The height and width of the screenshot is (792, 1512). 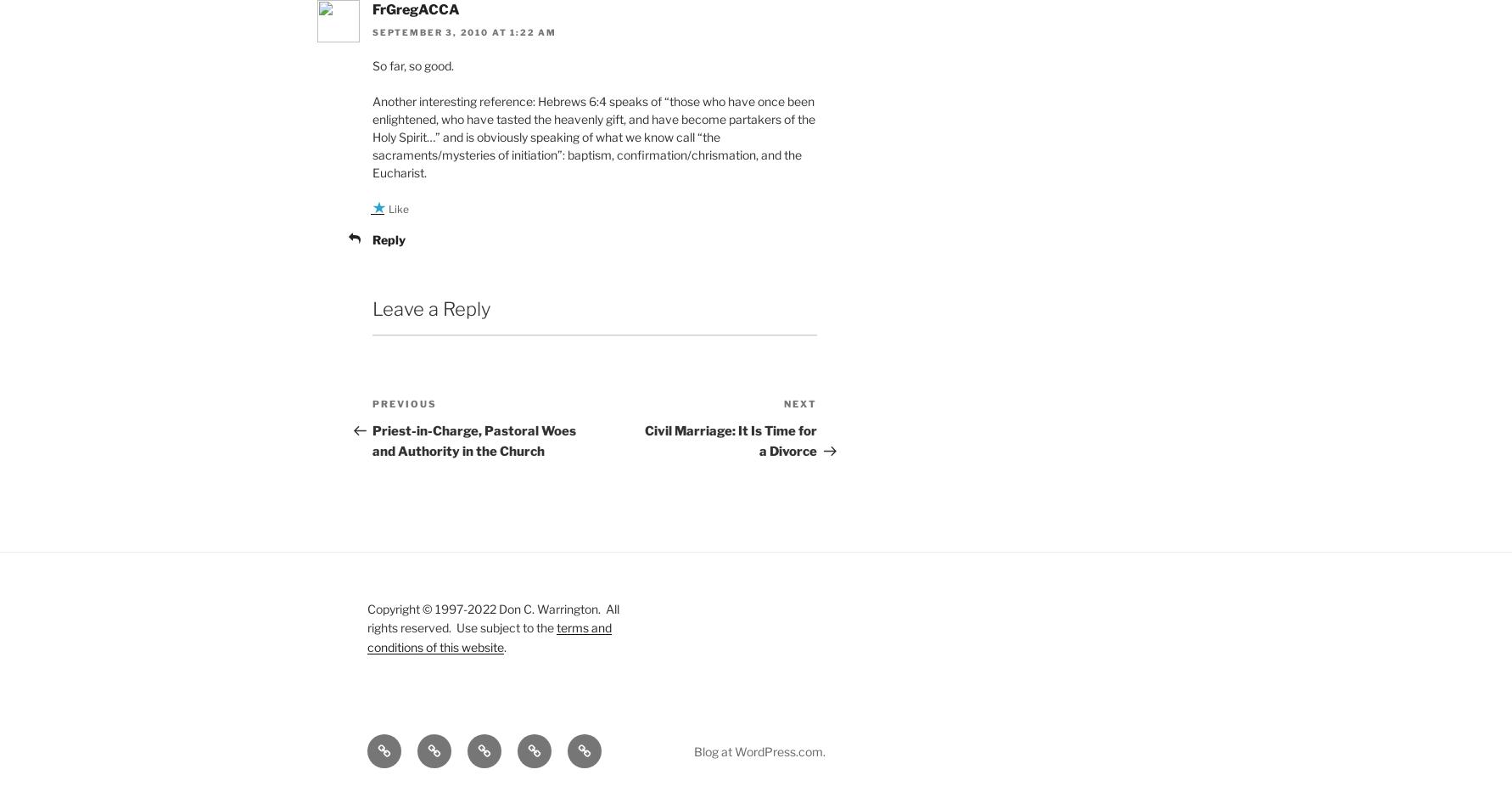 What do you see at coordinates (592, 136) in the screenshot?
I see `'Another interesting reference:  Hebrews 6:4 speaks of “those who have once been enlightened, who have tasted the heavenly gift, and have become partakers of the Holy Spirit…” and is obviously speaking of what we know call “the sacraments/mysteries of initiation”:  baptism, confirmation/chrismation, and the Eucharist.'` at bounding box center [592, 136].